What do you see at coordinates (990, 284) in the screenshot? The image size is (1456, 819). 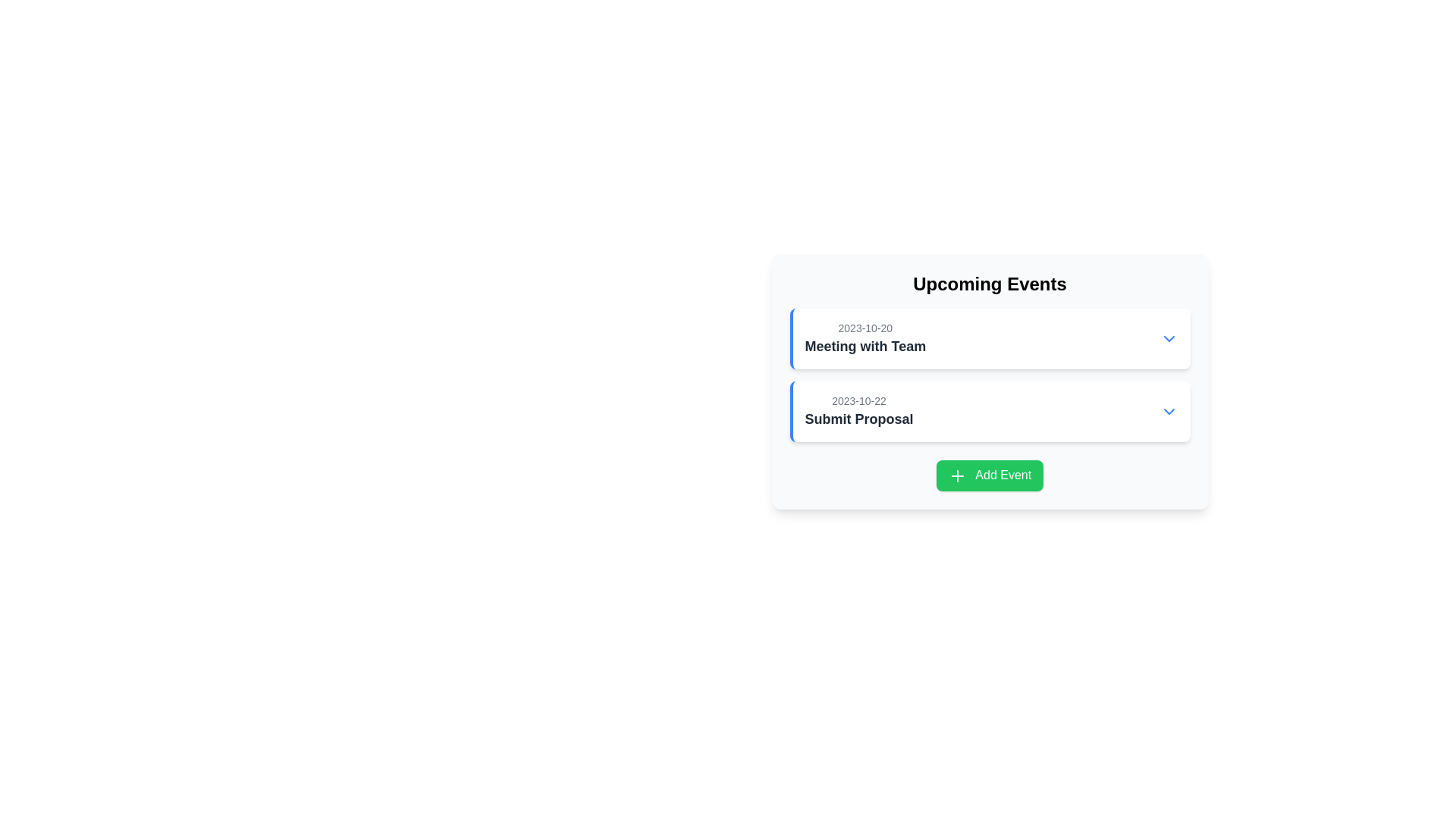 I see `the non-interactive text label or heading at the top of the rounded card-like interface that denotes the content of upcoming events` at bounding box center [990, 284].